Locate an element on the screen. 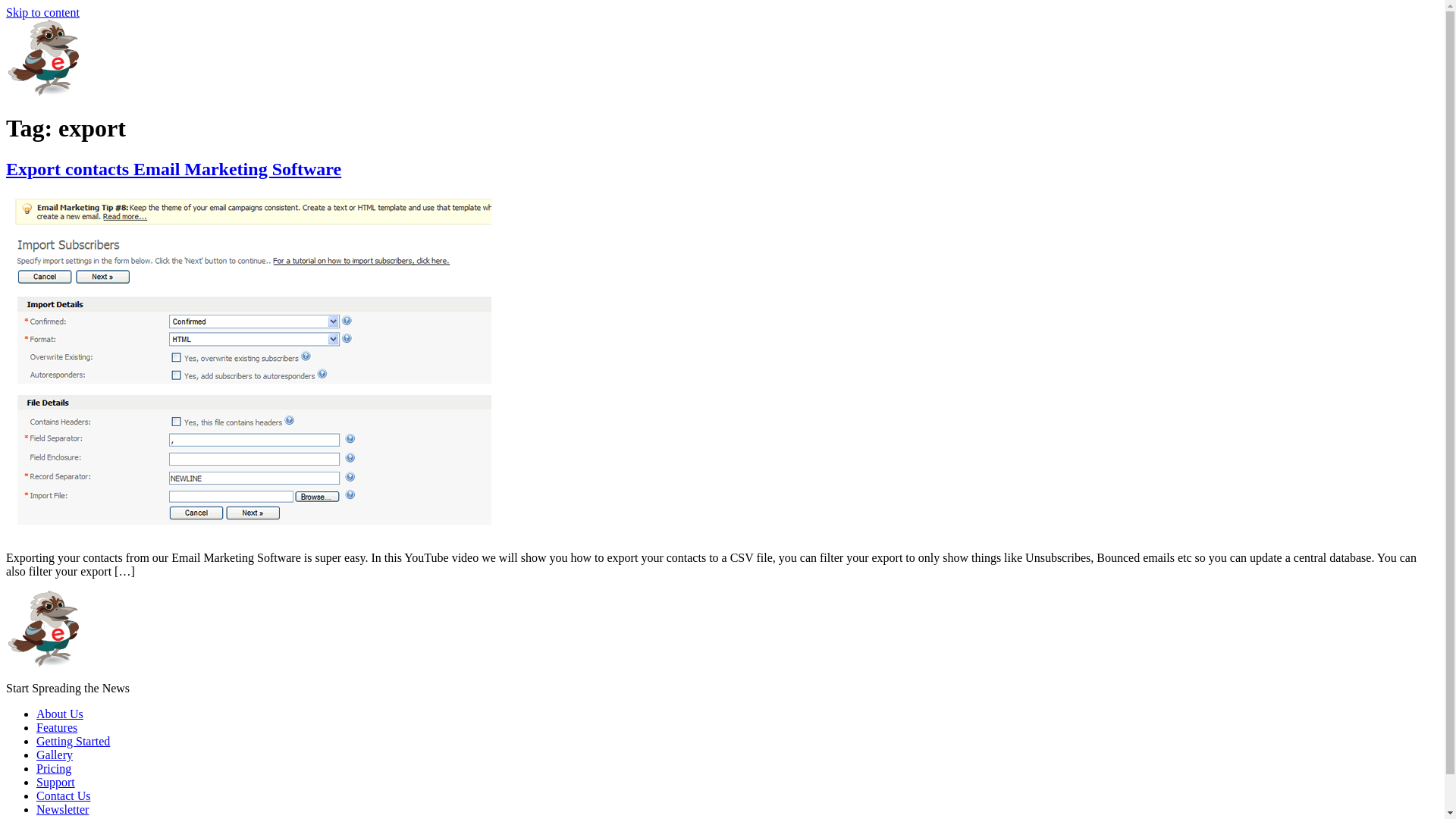 Image resolution: width=1456 pixels, height=819 pixels. 'Support' is located at coordinates (55, 782).